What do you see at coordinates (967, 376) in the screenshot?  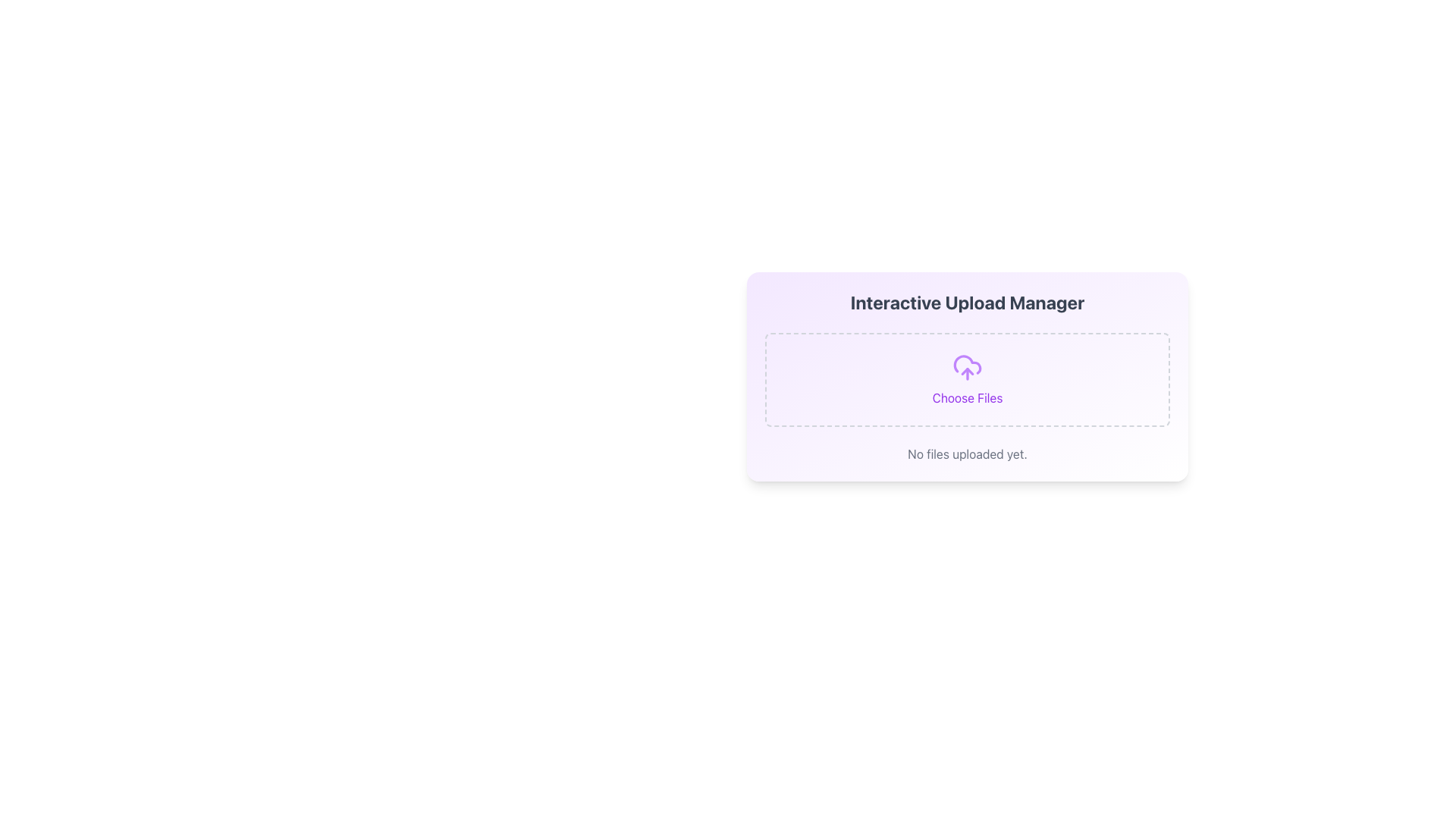 I see `the Interactive Upload Manager component` at bounding box center [967, 376].